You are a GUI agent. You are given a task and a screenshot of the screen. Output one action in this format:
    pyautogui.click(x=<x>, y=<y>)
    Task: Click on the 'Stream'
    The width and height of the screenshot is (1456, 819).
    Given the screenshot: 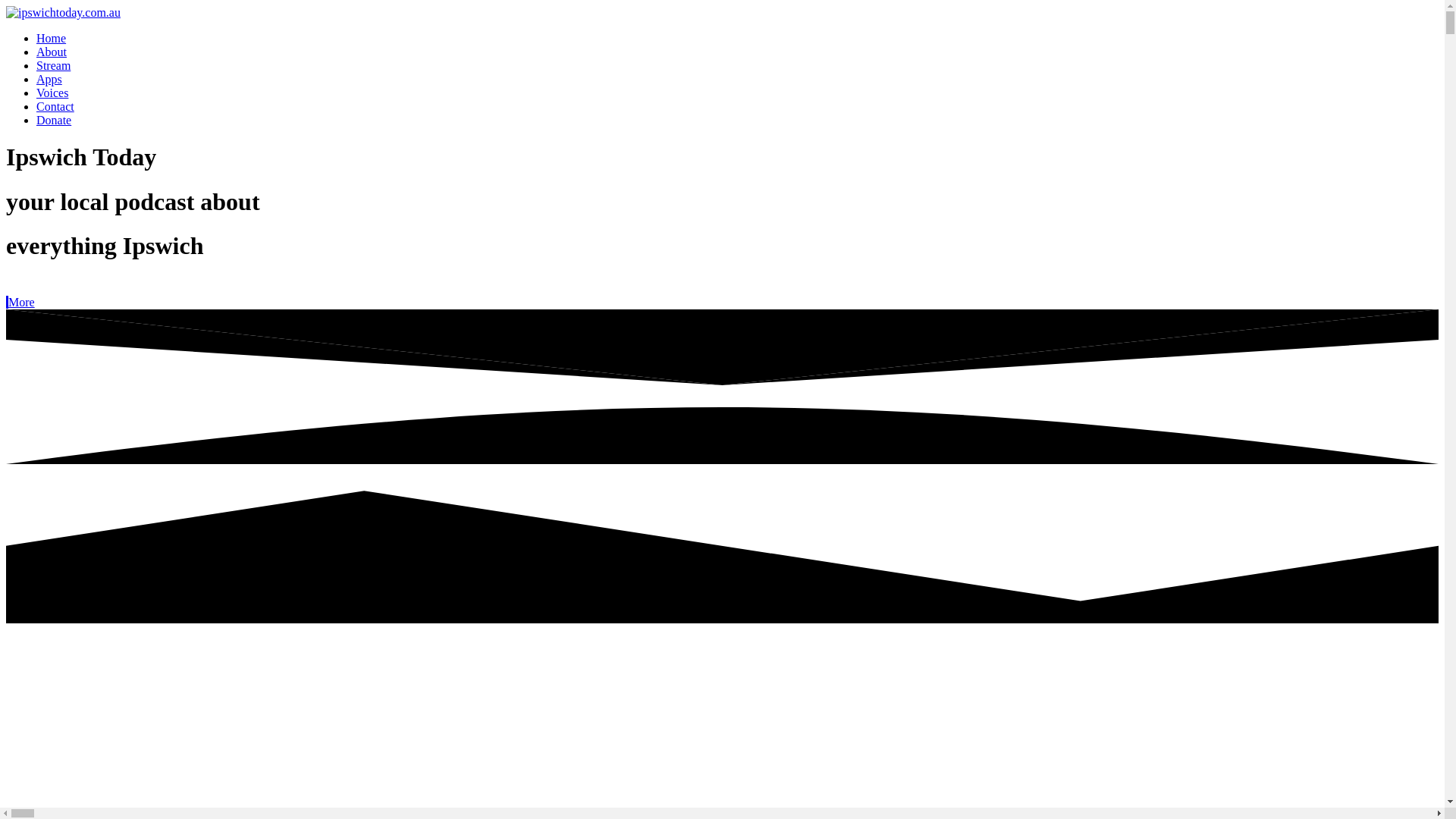 What is the action you would take?
    pyautogui.click(x=53, y=64)
    